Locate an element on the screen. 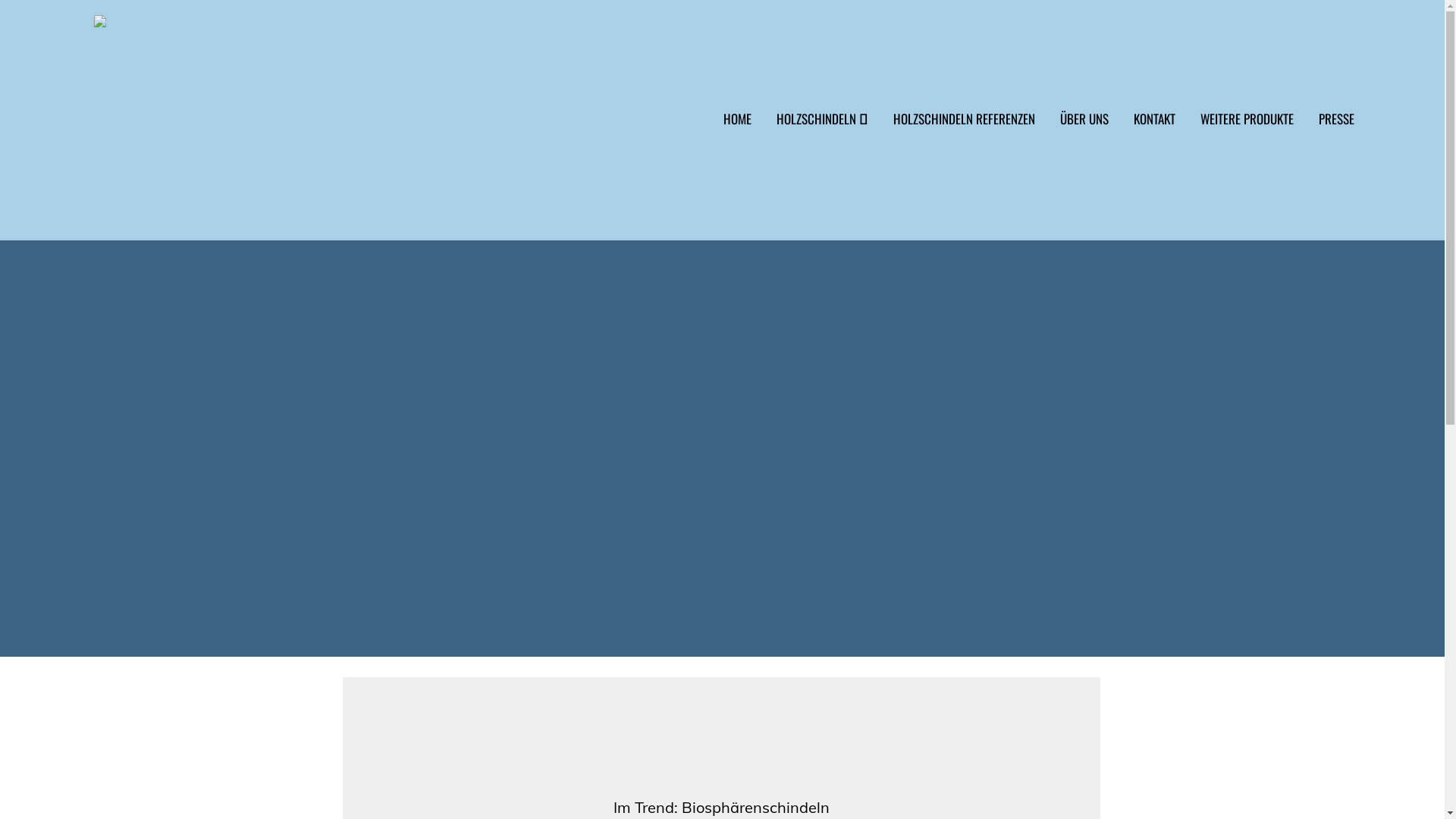 The image size is (1456, 819). 'KONTAKT' is located at coordinates (1147, 127).